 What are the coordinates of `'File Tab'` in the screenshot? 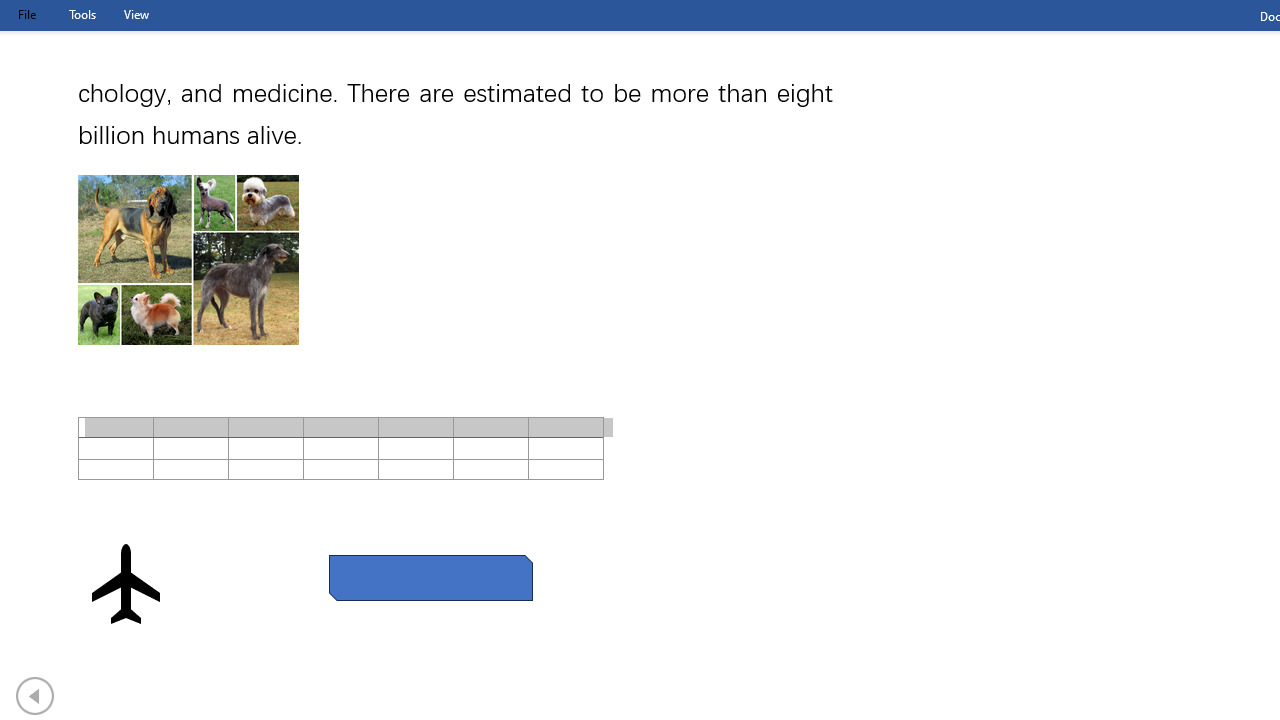 It's located at (26, 14).